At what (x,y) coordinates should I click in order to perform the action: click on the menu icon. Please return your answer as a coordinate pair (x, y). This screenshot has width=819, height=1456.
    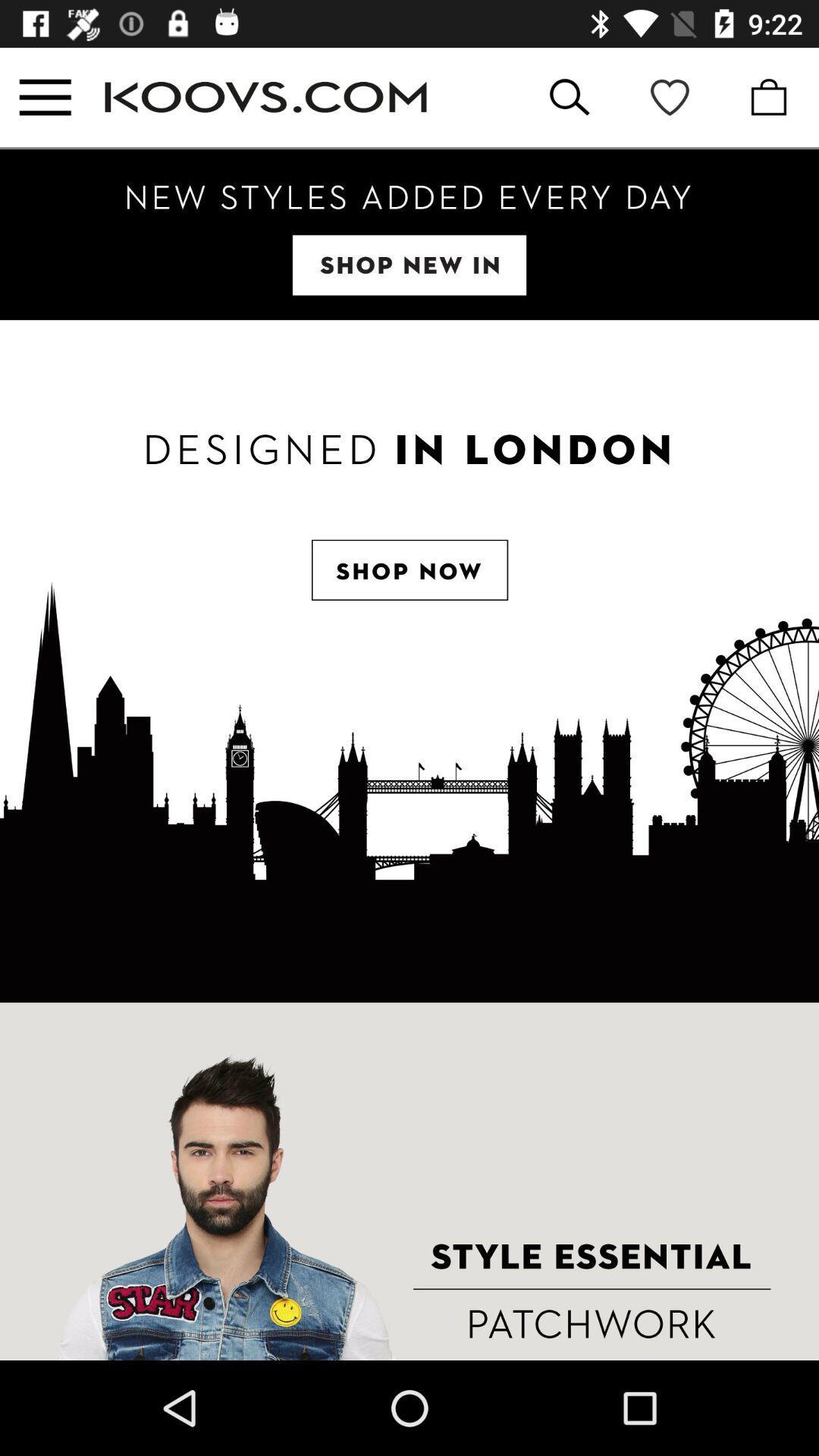
    Looking at the image, I should click on (44, 96).